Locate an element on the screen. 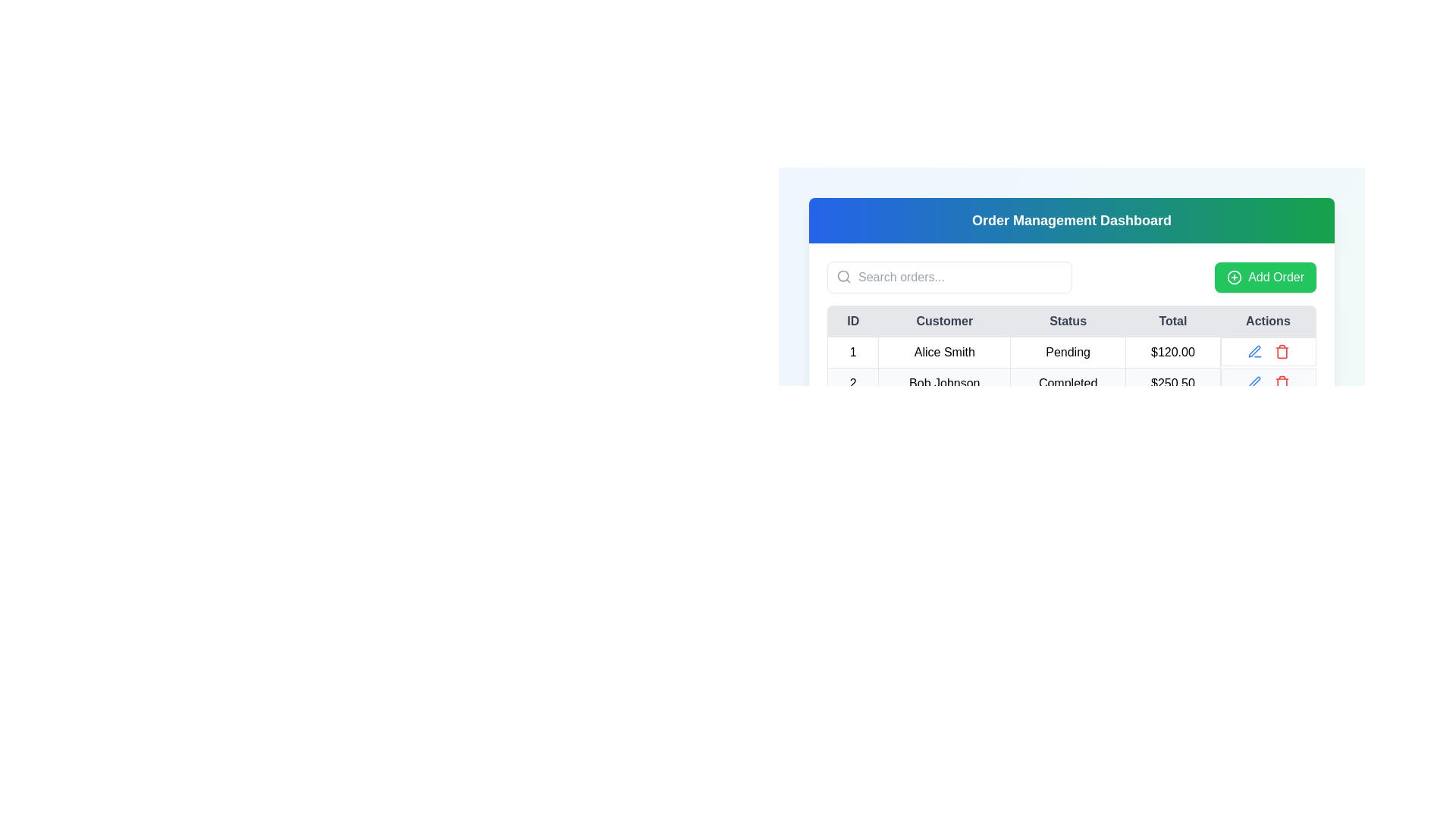  the 'Completed' label in the 'Status' column of the table for 'Bob Johnson' is located at coordinates (1067, 382).